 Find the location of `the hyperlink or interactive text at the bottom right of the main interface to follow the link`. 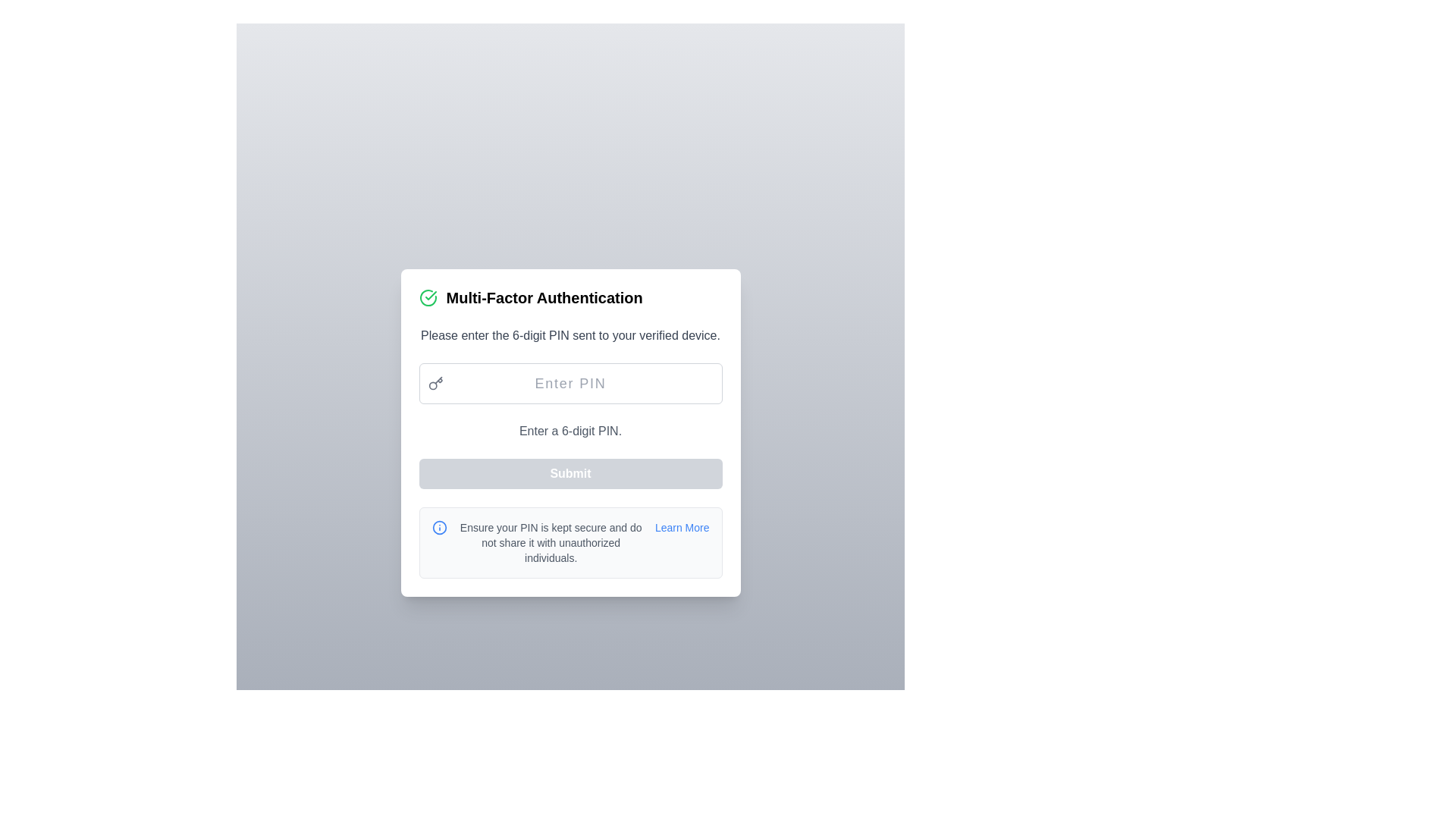

the hyperlink or interactive text at the bottom right of the main interface to follow the link is located at coordinates (681, 526).